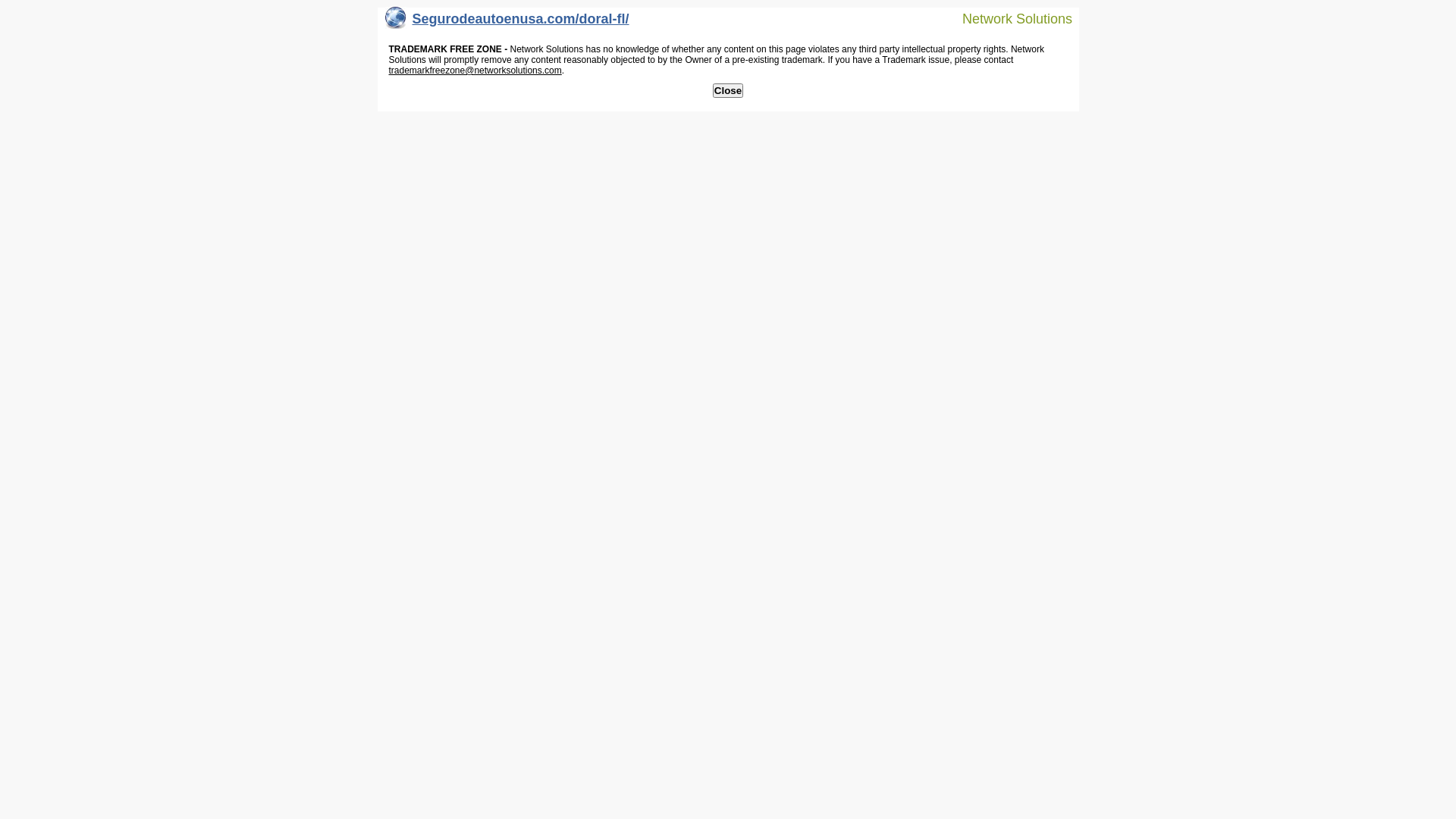 Image resolution: width=1456 pixels, height=819 pixels. Describe the element at coordinates (728, 90) in the screenshot. I see `'Close'` at that location.